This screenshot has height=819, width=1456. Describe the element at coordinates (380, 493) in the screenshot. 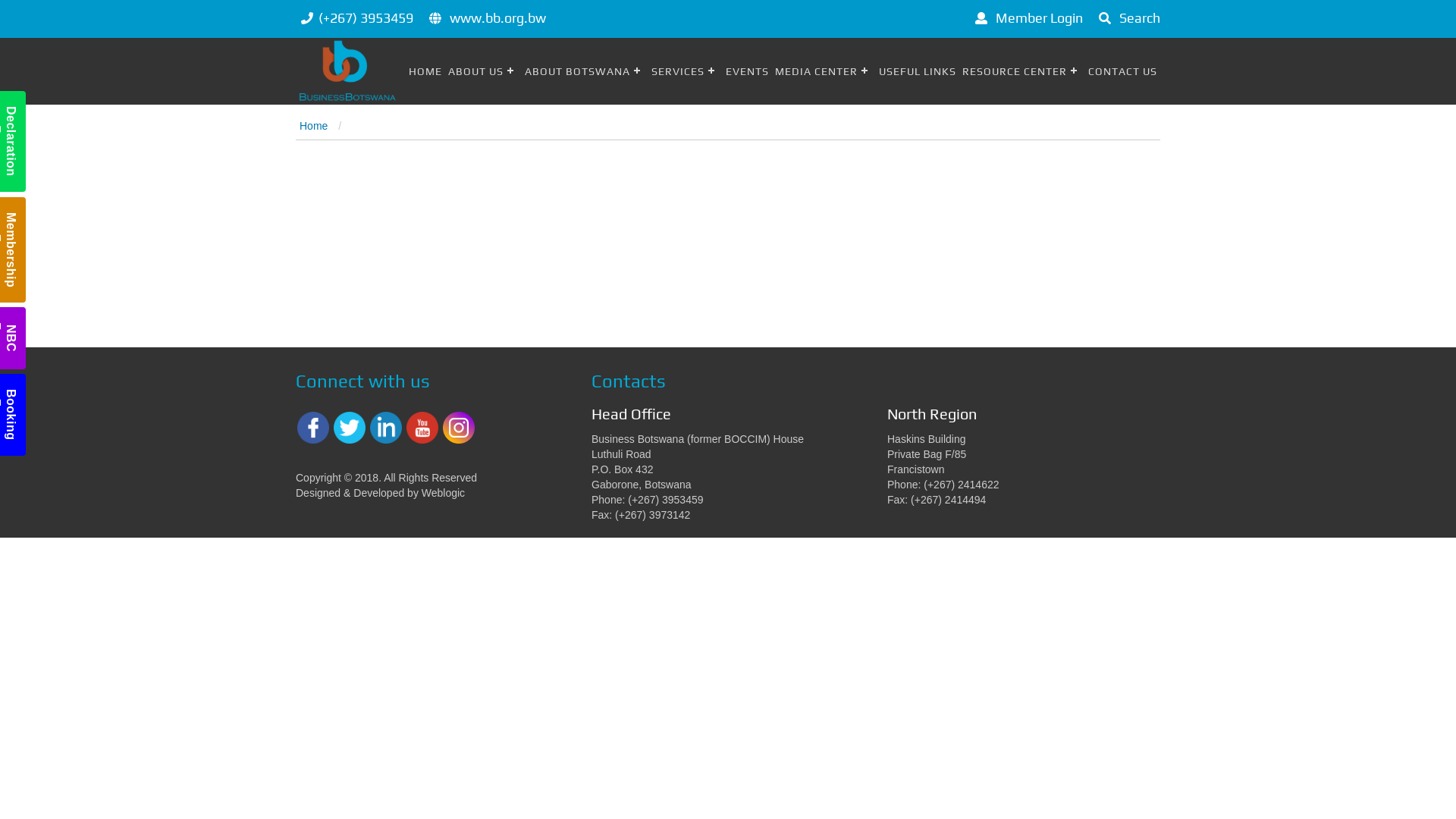

I see `'Designed & Developed by Weblogic'` at that location.